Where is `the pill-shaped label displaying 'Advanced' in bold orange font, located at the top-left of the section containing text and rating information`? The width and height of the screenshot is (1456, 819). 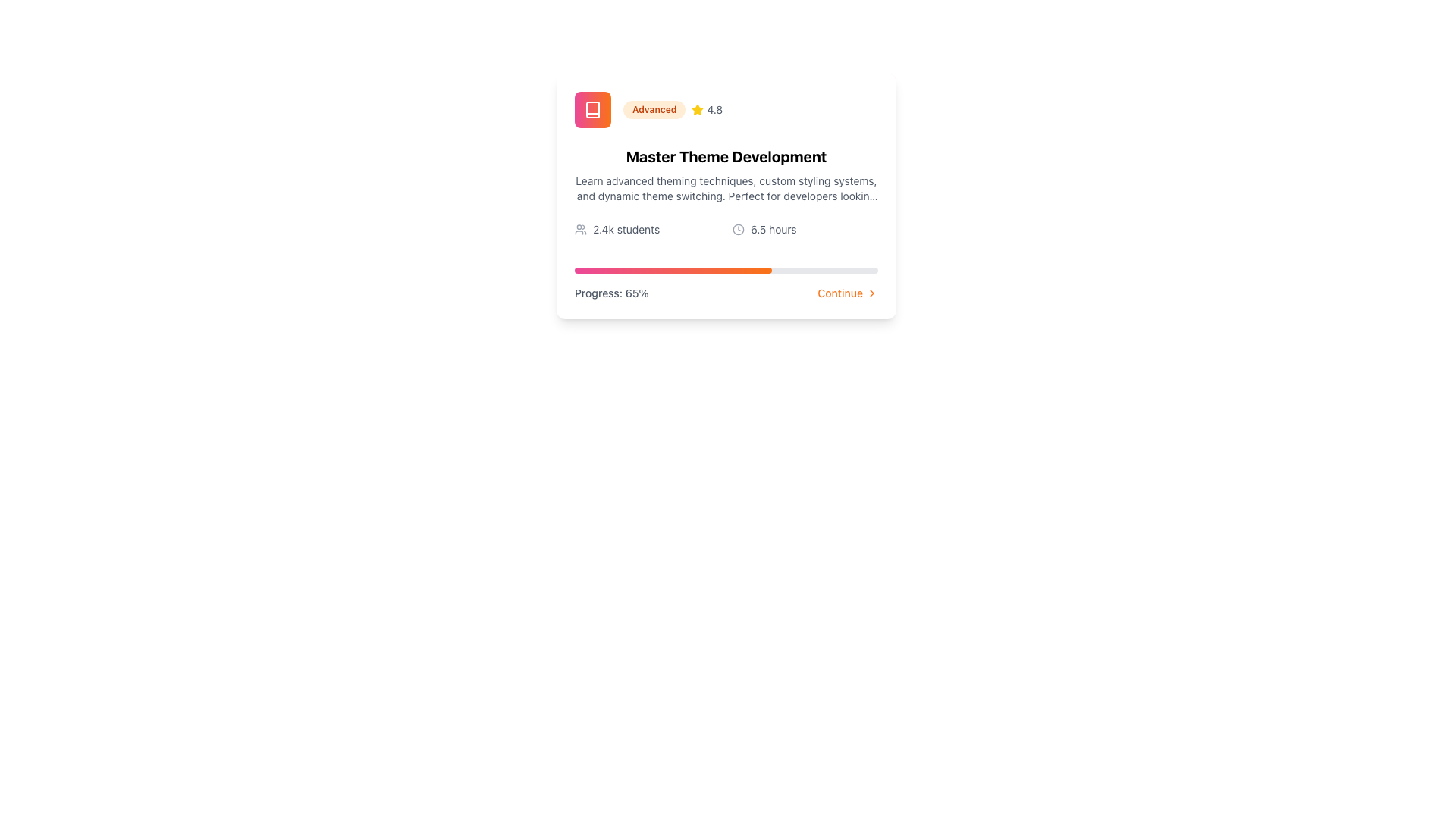 the pill-shaped label displaying 'Advanced' in bold orange font, located at the top-left of the section containing text and rating information is located at coordinates (654, 109).